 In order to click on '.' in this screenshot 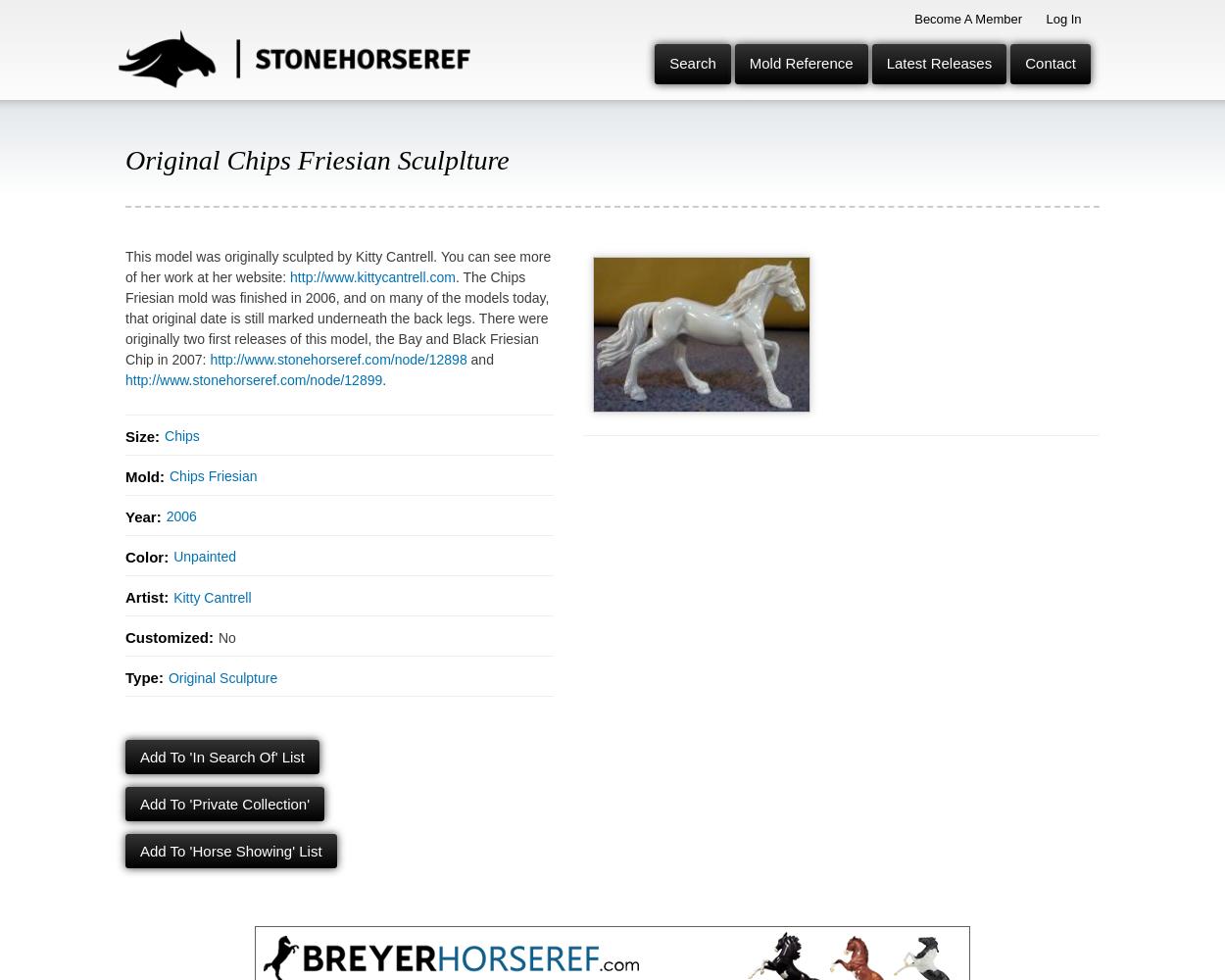, I will do `click(384, 380)`.